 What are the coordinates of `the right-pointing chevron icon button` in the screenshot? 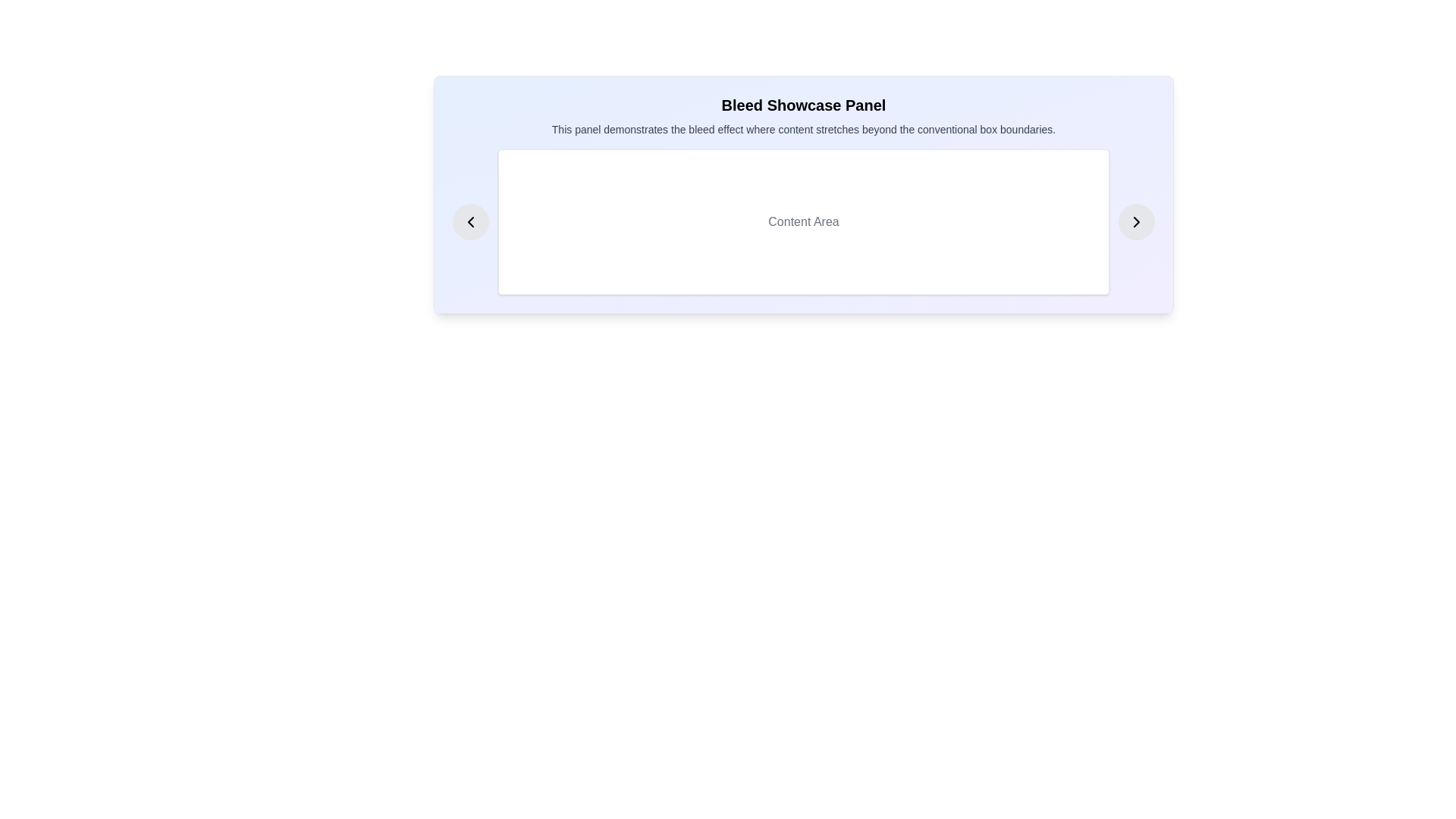 It's located at (1136, 222).